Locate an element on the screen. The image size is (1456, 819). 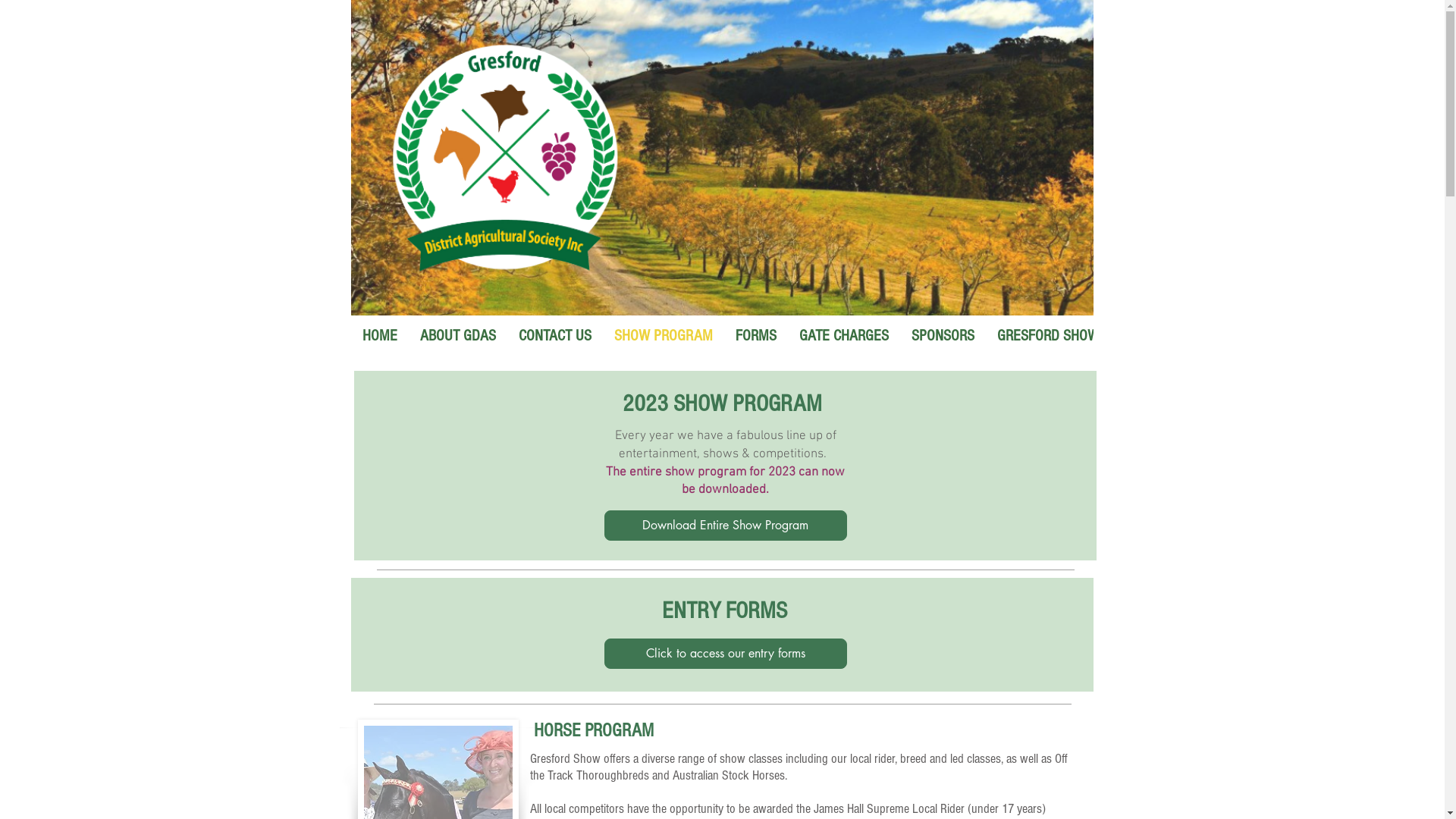
'GATE CHARGES' is located at coordinates (843, 342).